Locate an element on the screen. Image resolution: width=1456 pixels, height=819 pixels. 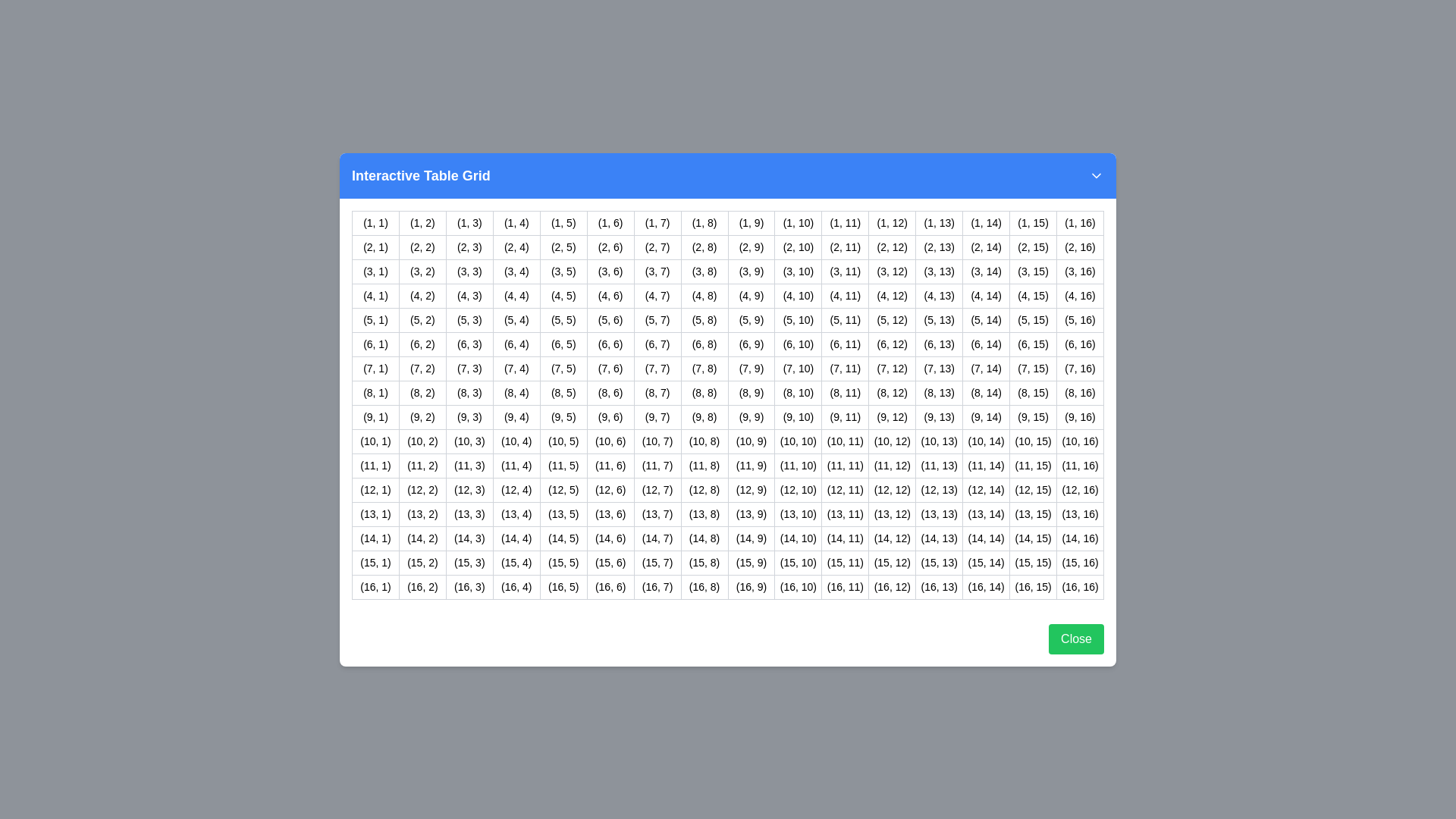
the 'Close' button to close the dialog is located at coordinates (1075, 638).